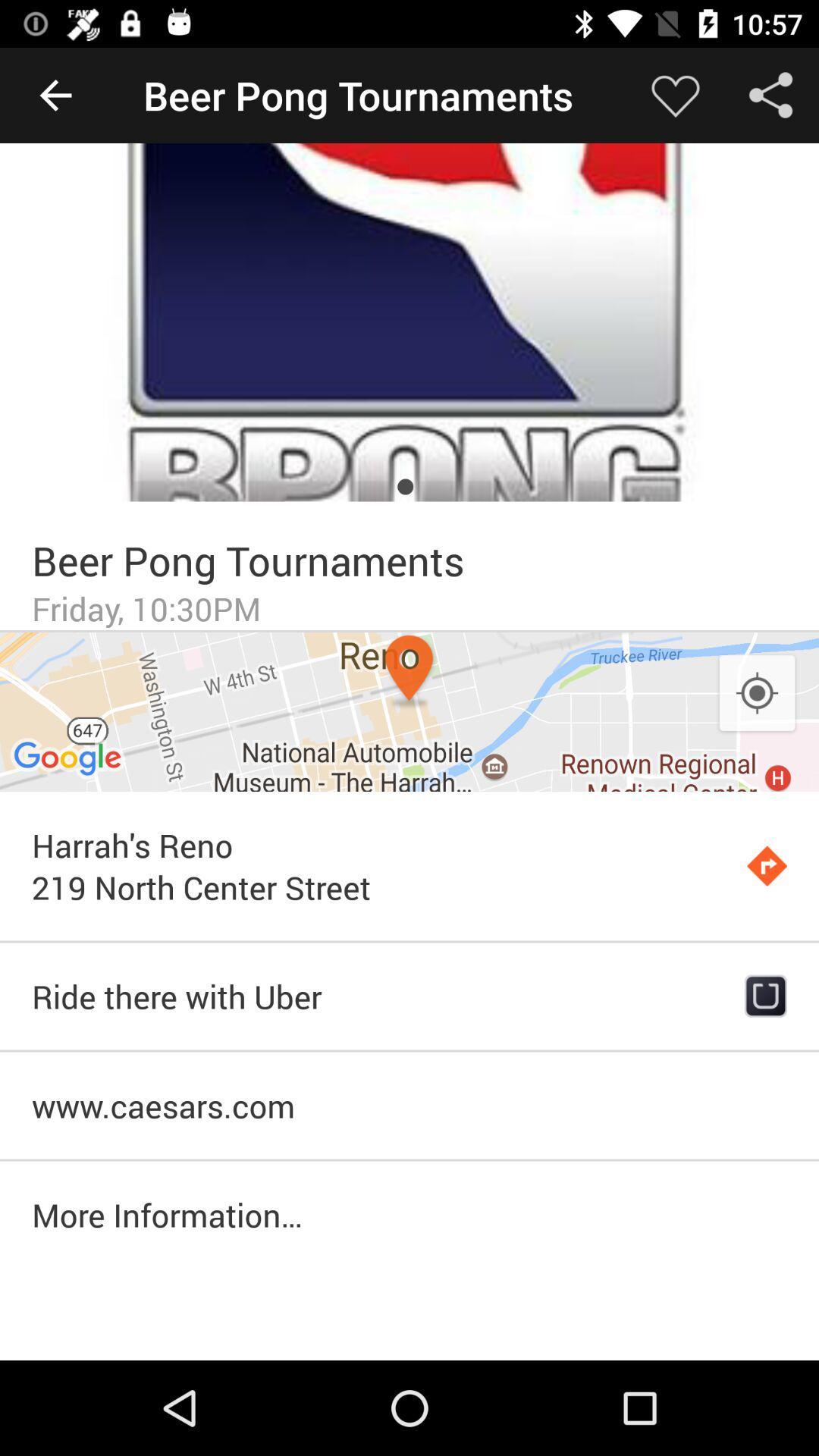  I want to click on the www.caesars.com item, so click(409, 1106).